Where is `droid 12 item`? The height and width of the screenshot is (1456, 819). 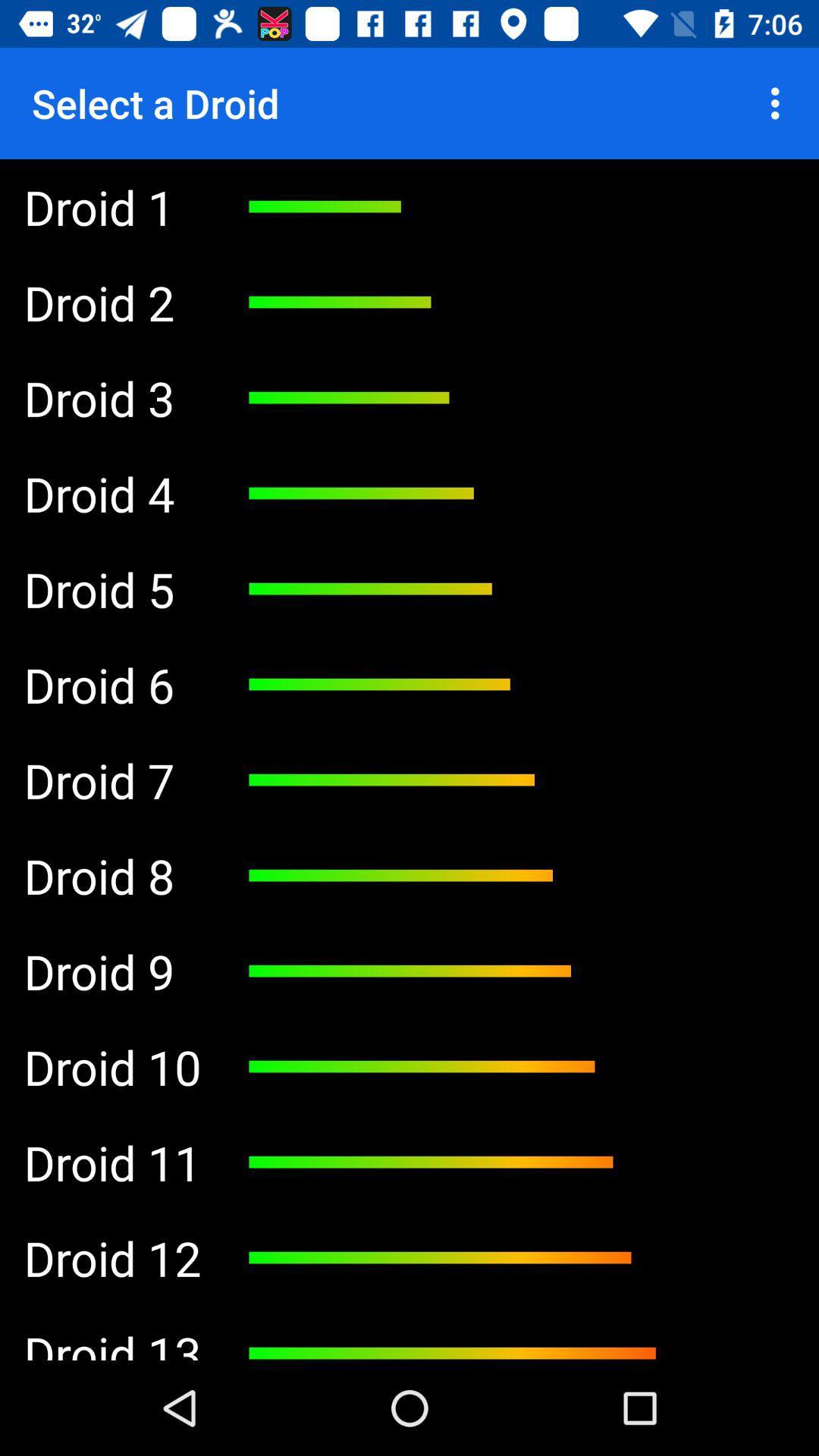 droid 12 item is located at coordinates (111, 1258).